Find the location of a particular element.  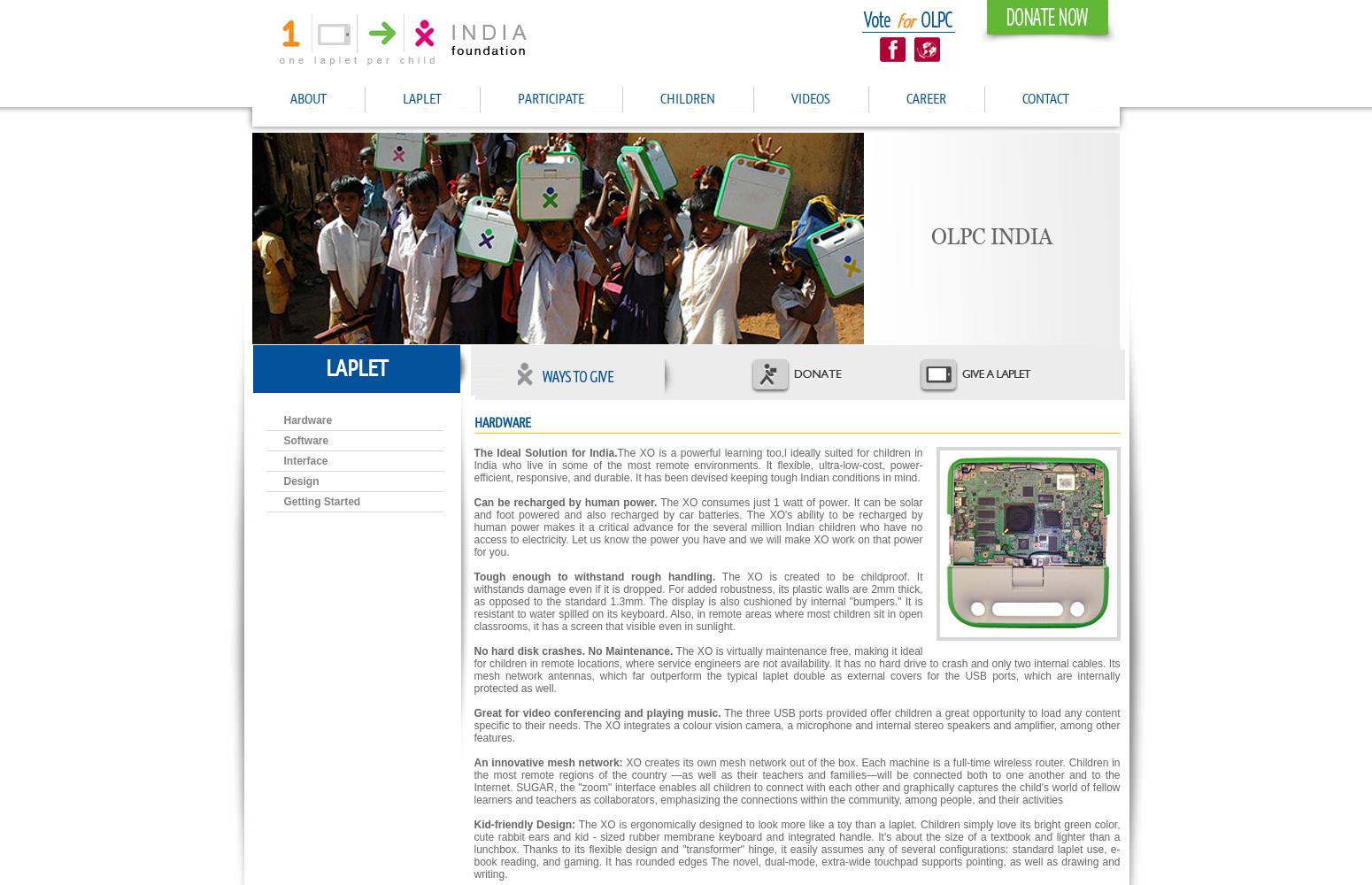

'The Ideal Solution for India.' is located at coordinates (473, 453).